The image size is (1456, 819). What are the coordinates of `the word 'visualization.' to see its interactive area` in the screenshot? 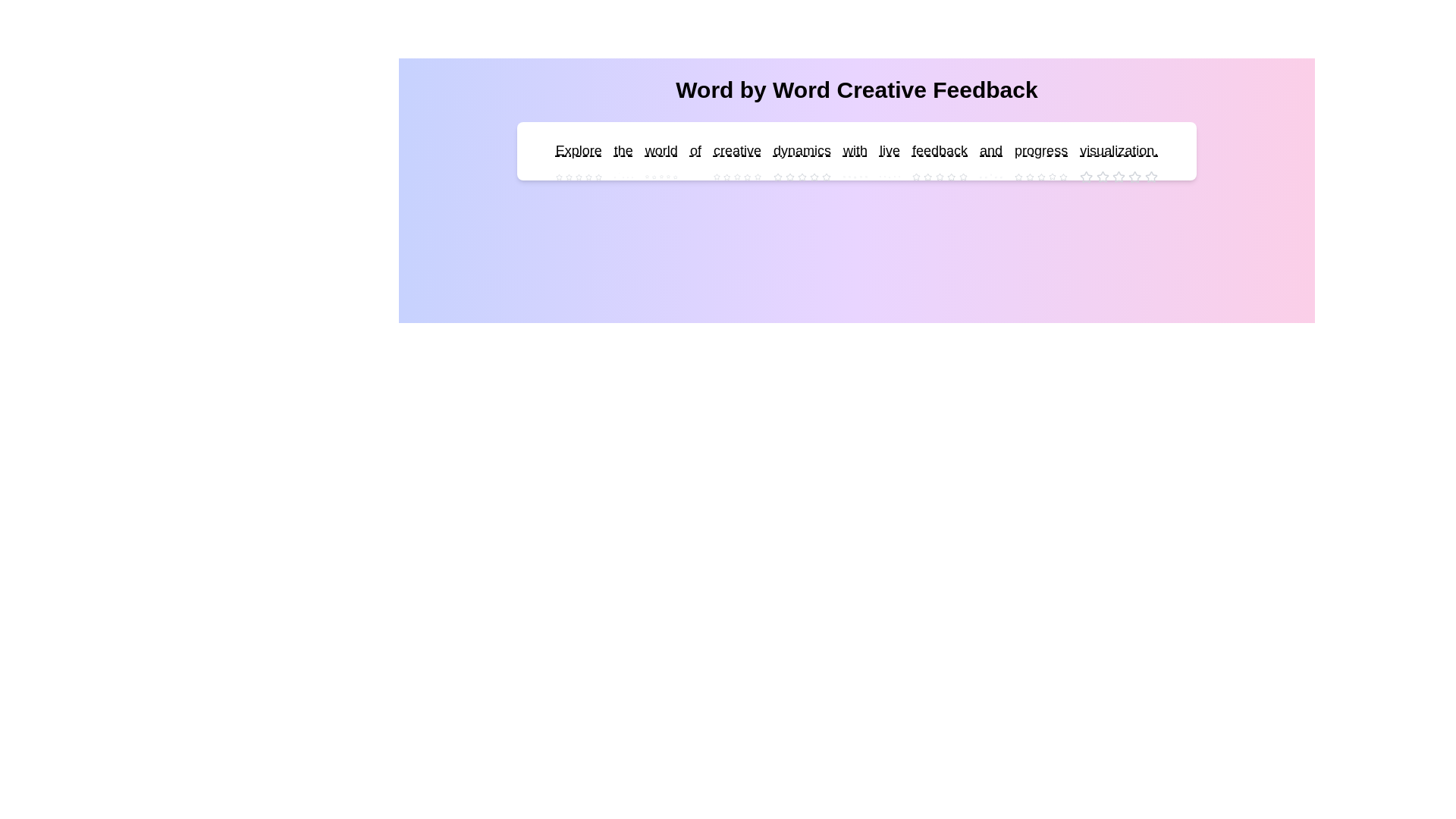 It's located at (1119, 151).